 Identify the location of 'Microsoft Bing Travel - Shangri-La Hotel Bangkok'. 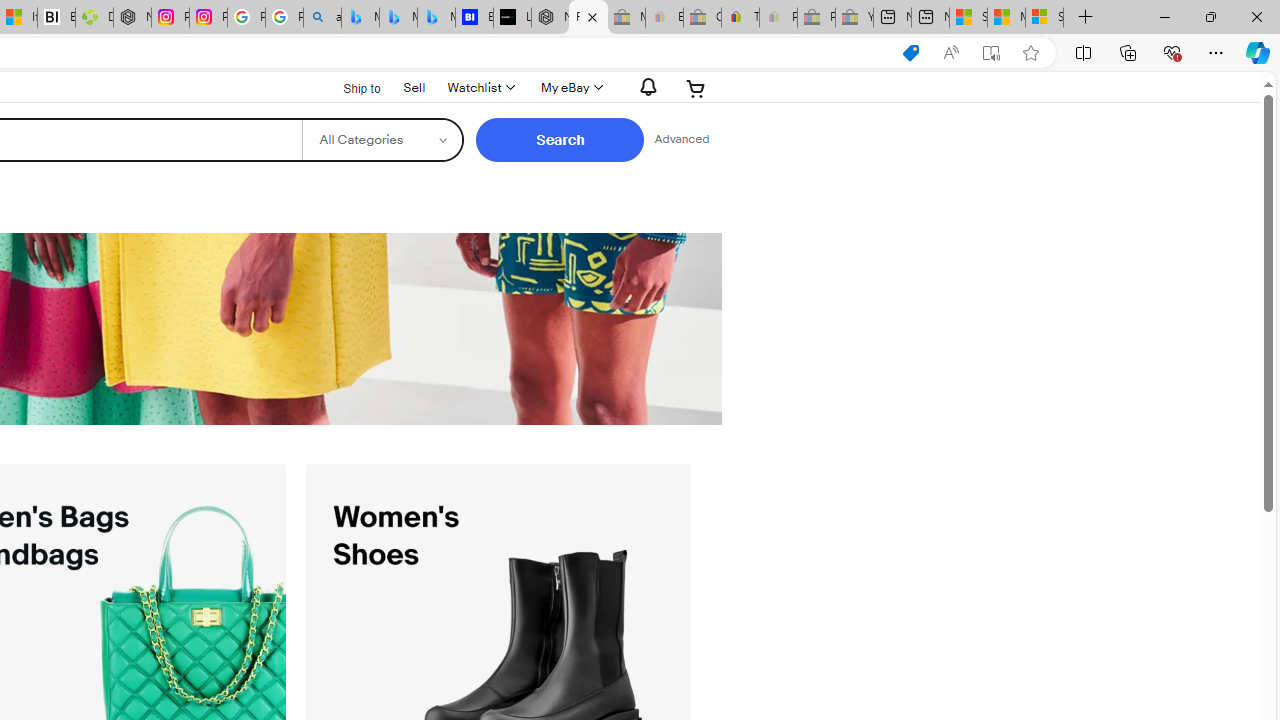
(435, 17).